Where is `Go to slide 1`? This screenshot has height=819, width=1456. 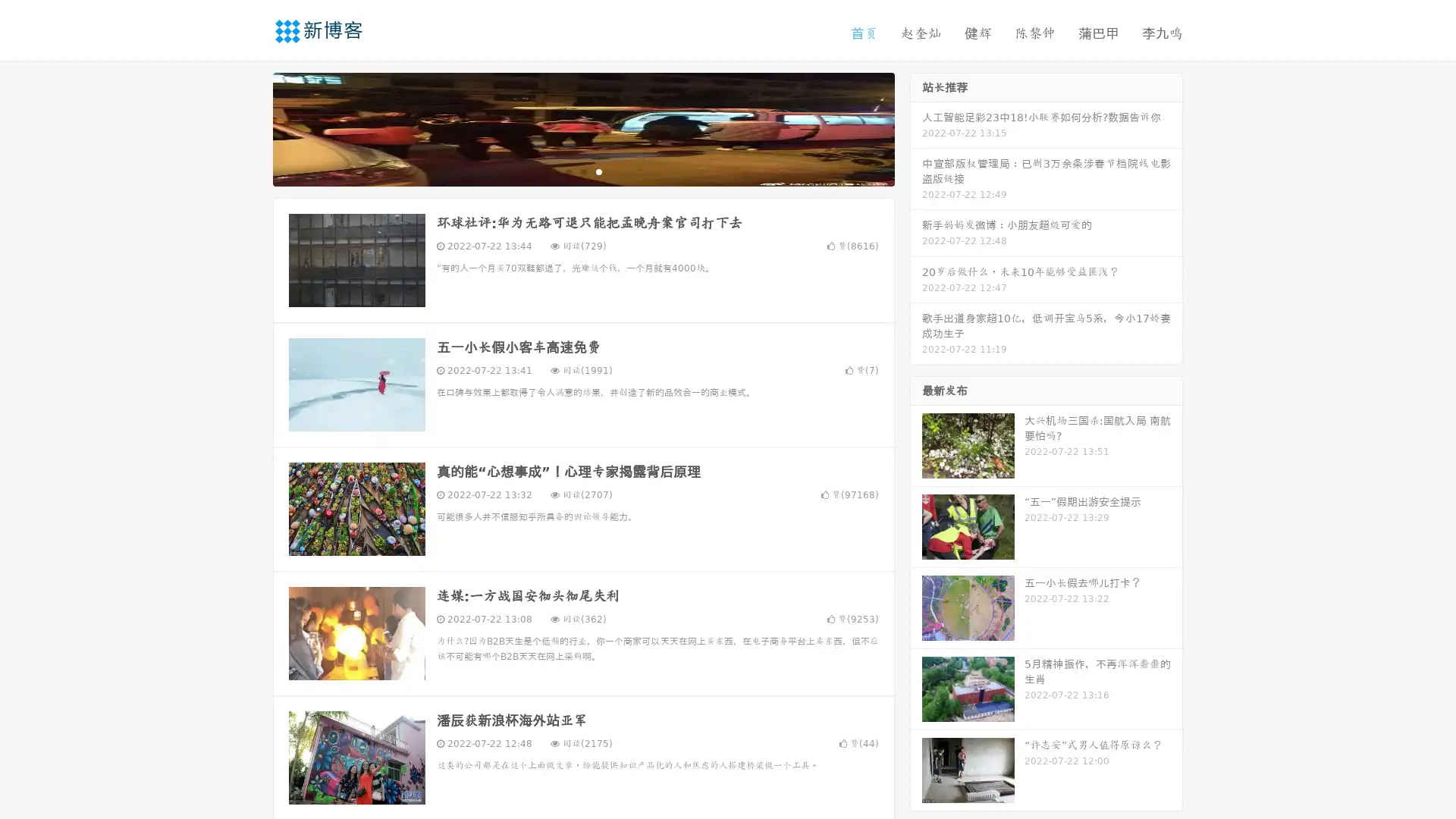
Go to slide 1 is located at coordinates (567, 171).